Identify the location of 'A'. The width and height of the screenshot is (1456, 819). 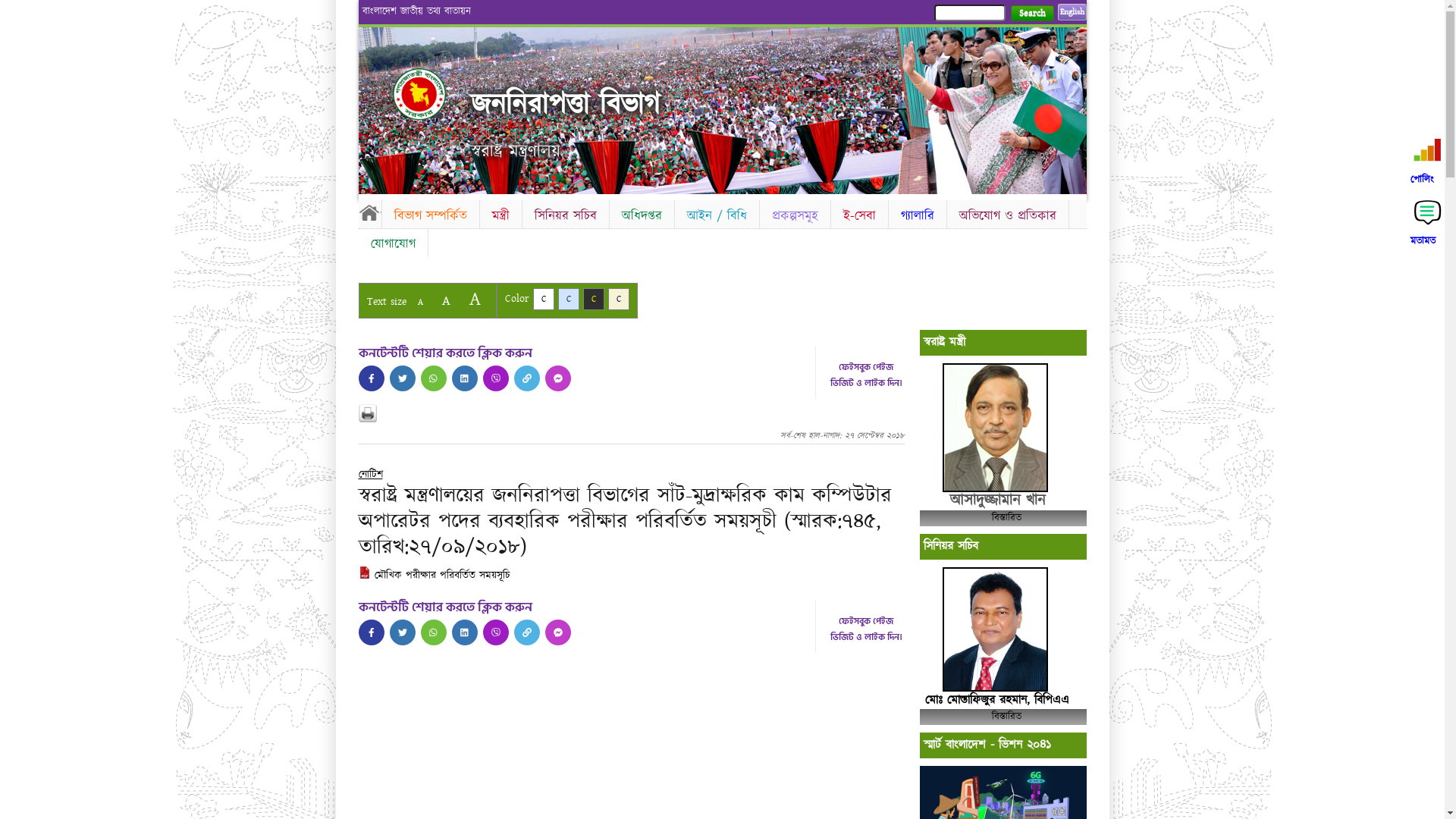
(409, 302).